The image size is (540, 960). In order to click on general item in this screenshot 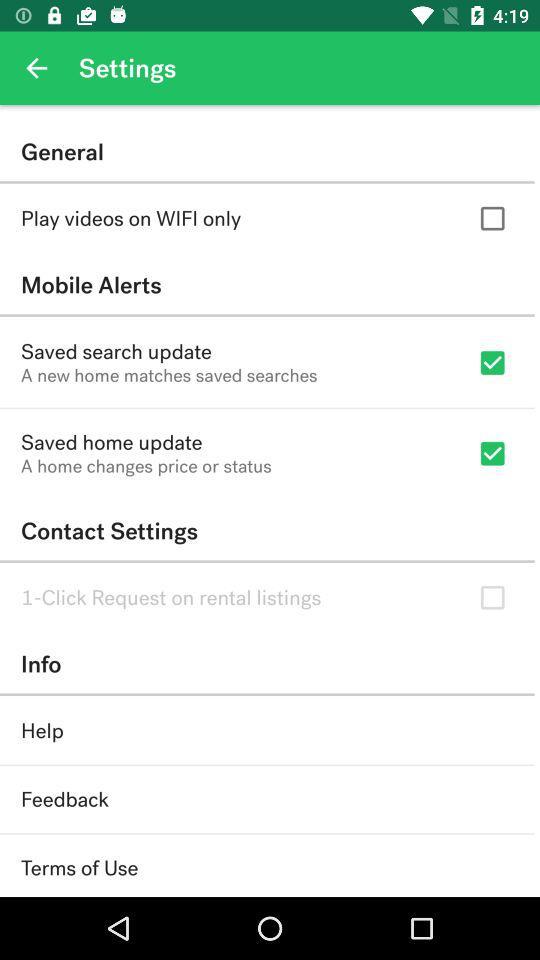, I will do `click(267, 151)`.